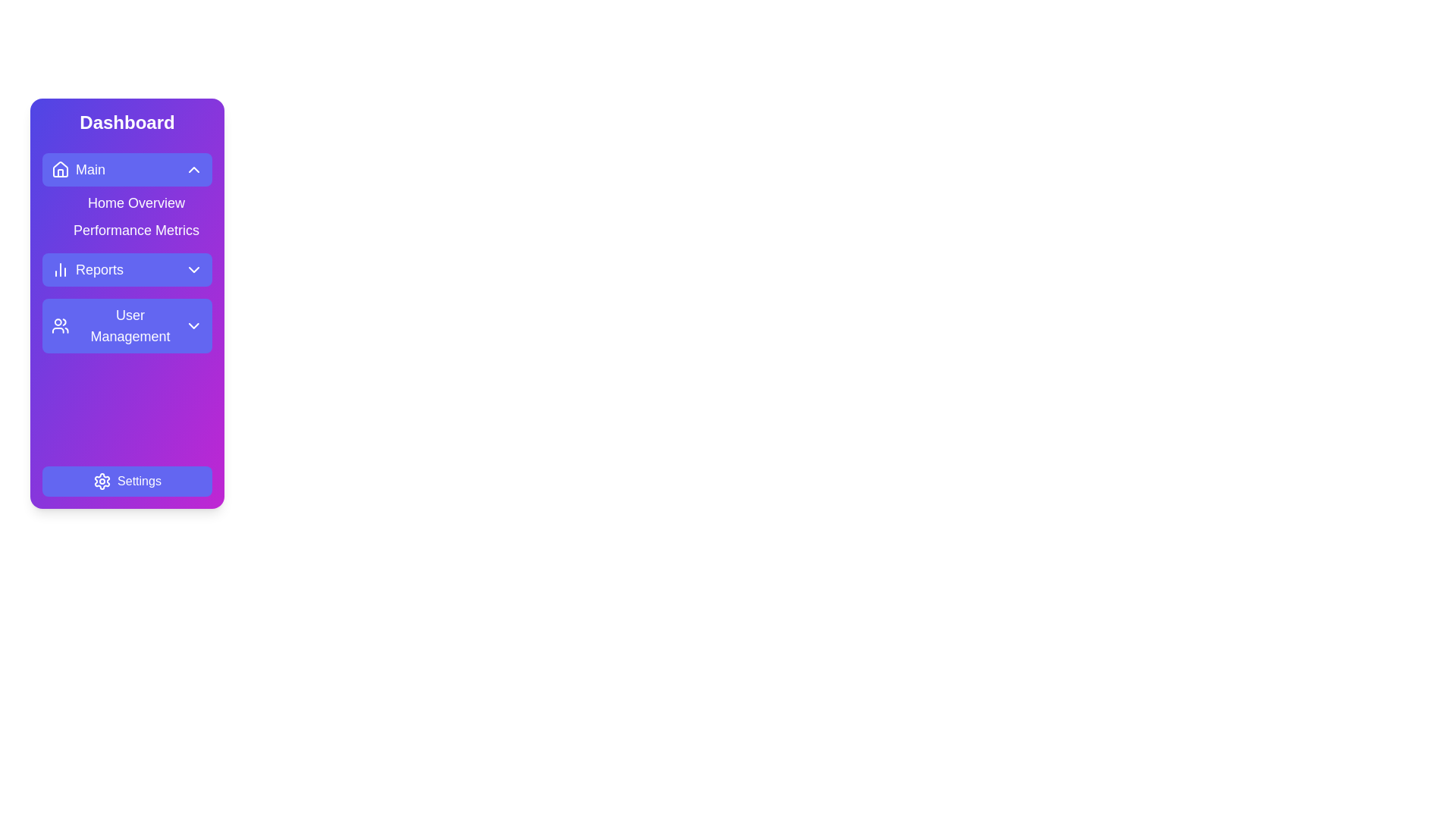  Describe the element at coordinates (127, 482) in the screenshot. I see `the 'Settings' button located at the bottom of the sidebar, which features a gear-shaped icon and has a gradient background from indigo to fuchsia` at that location.